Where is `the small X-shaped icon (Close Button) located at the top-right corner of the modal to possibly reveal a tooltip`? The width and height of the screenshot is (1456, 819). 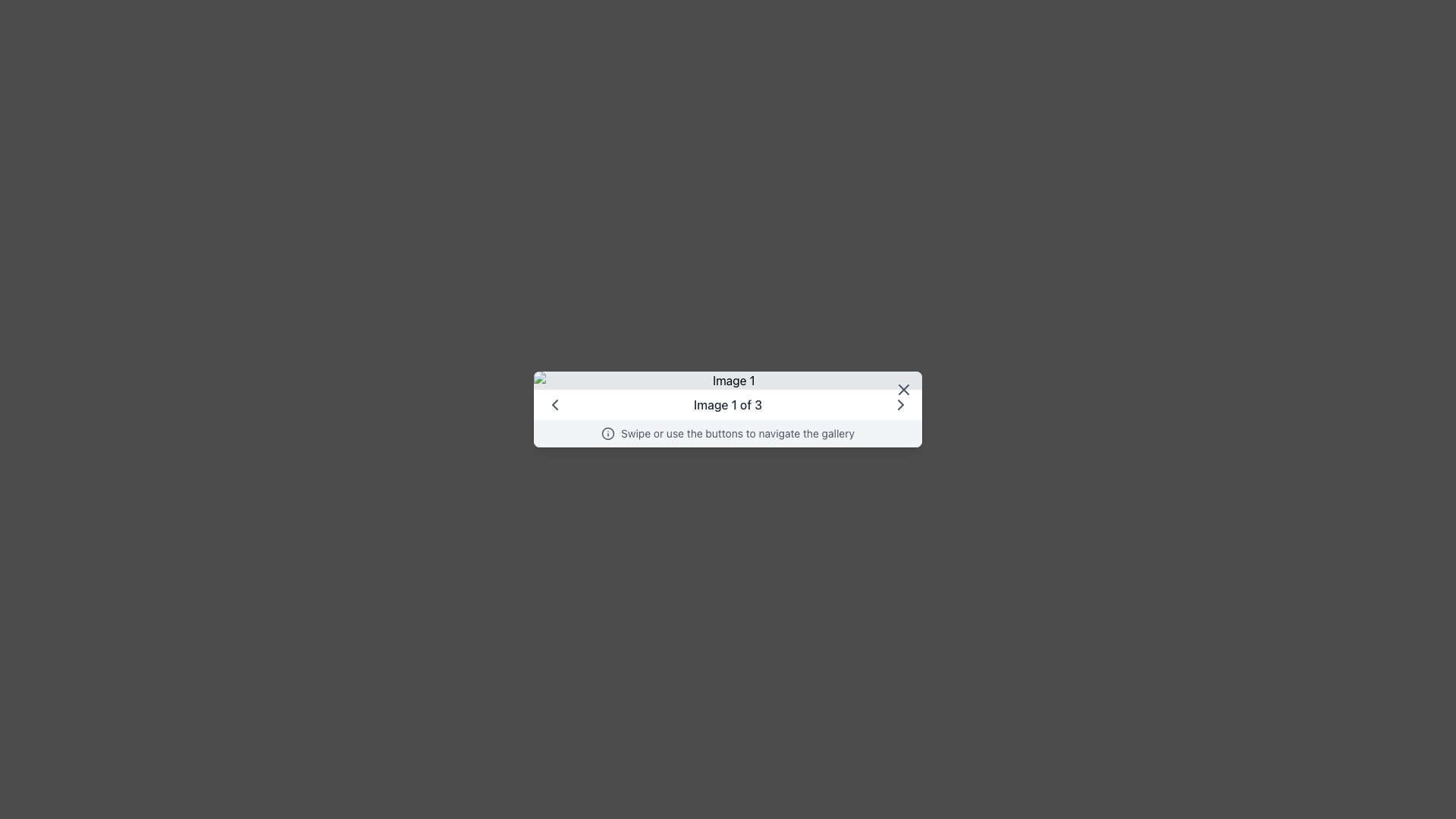 the small X-shaped icon (Close Button) located at the top-right corner of the modal to possibly reveal a tooltip is located at coordinates (903, 388).